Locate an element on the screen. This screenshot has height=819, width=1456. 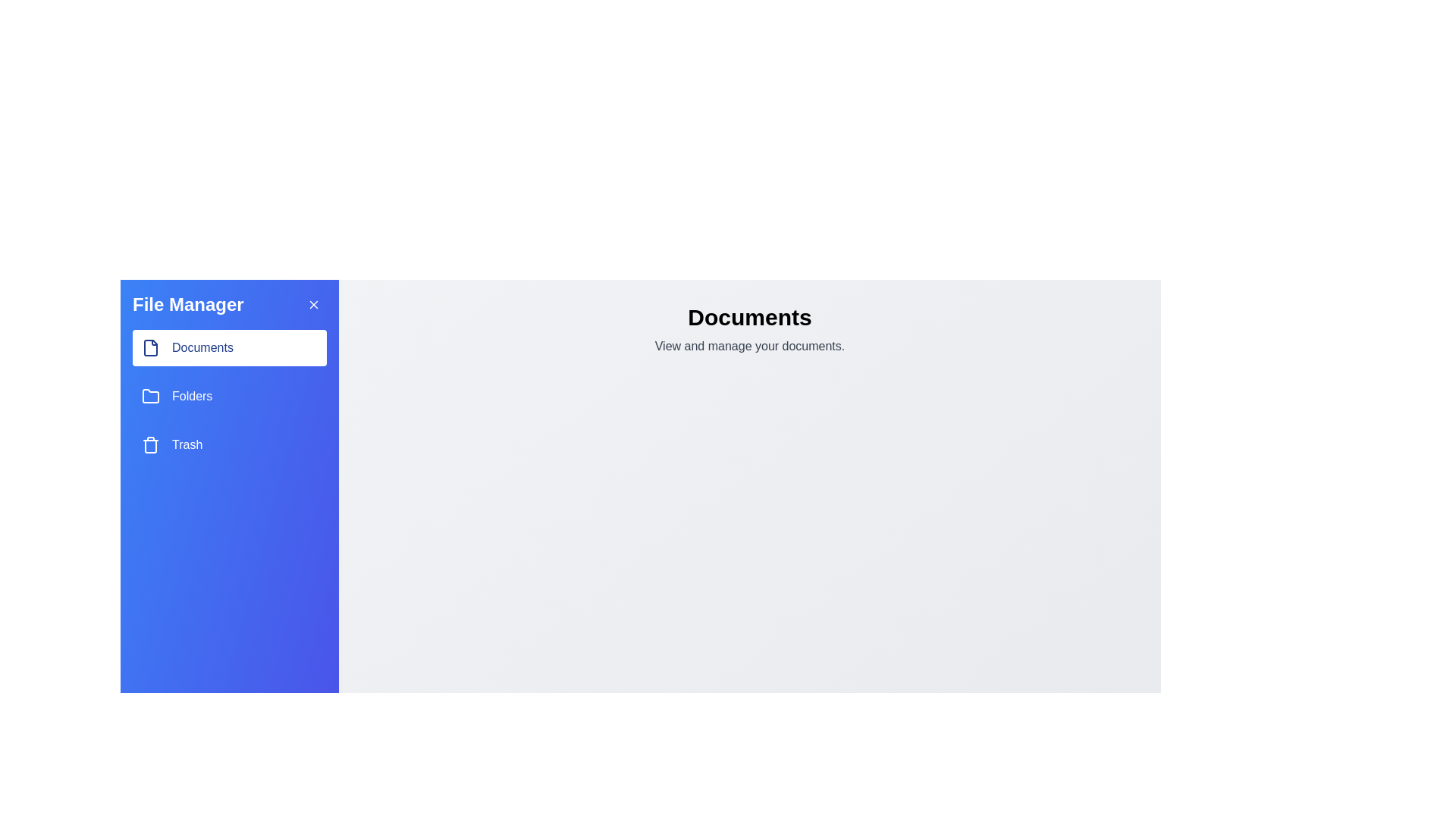
the Documents in the sidebar is located at coordinates (228, 348).